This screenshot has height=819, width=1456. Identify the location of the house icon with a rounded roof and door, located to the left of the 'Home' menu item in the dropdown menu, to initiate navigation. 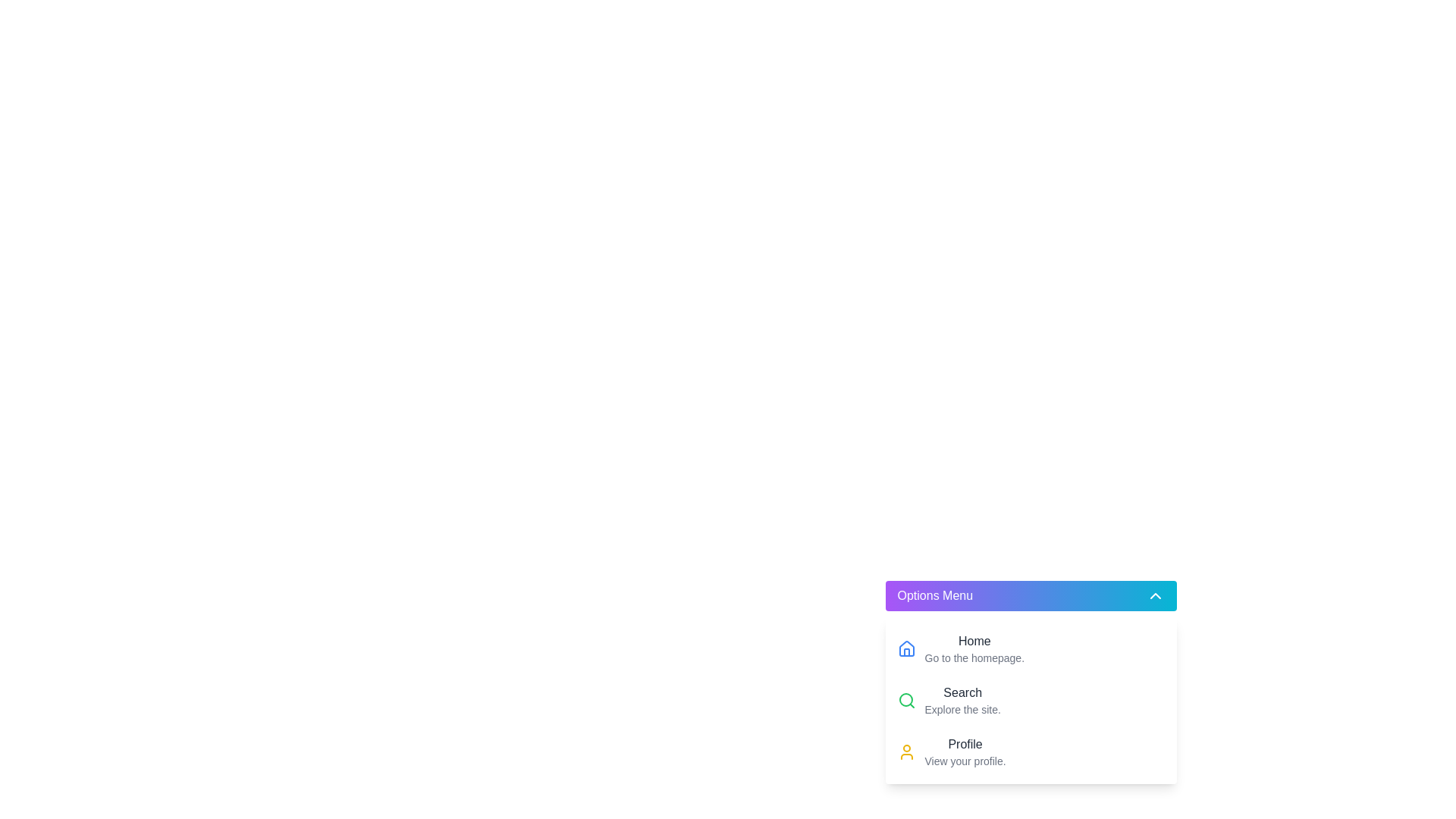
(906, 648).